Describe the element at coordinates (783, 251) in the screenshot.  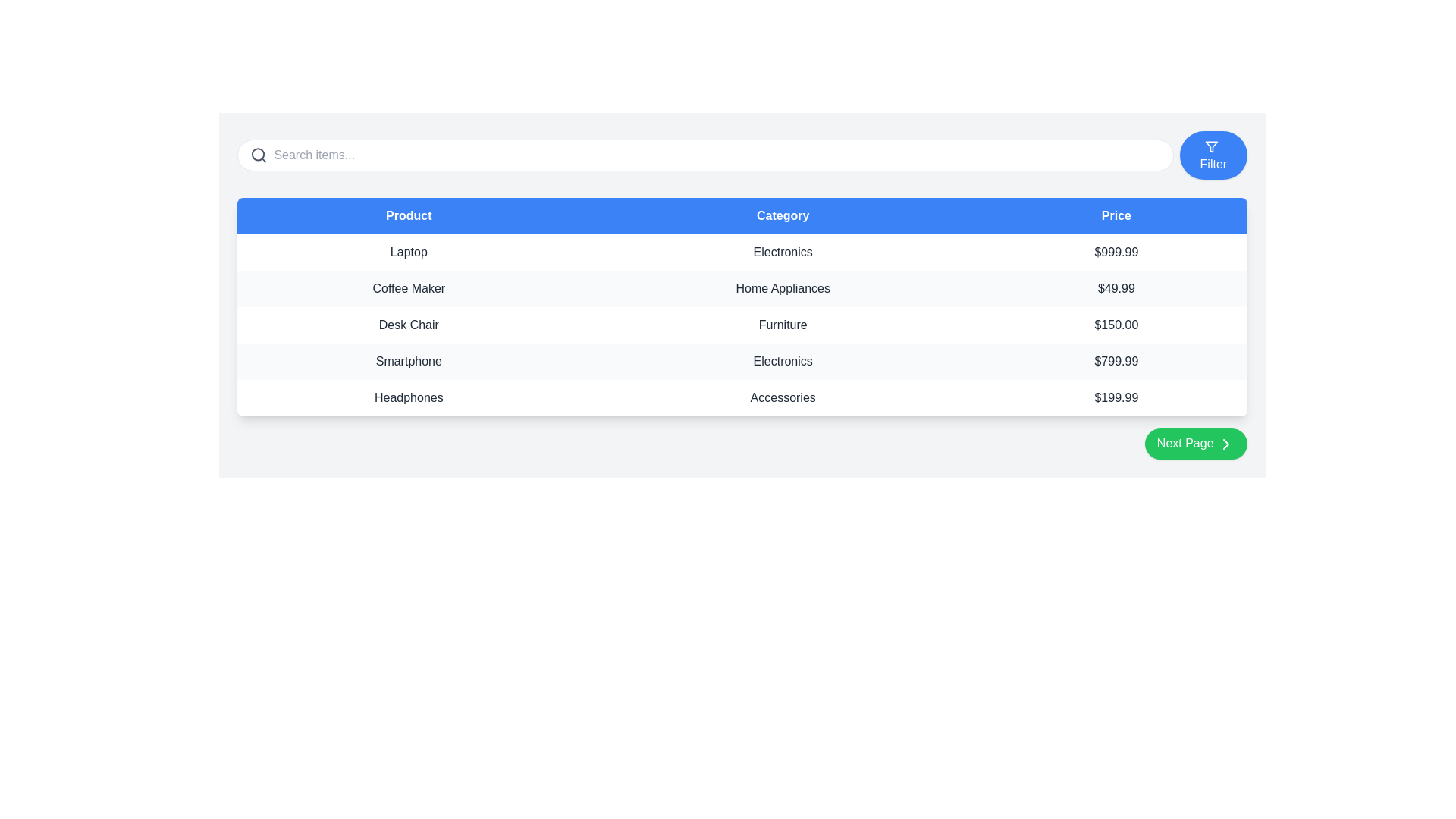
I see `text label displaying 'Electronics' that is located in the middle cell of the 'Category' column in the table under the 'Laptop' row` at that location.